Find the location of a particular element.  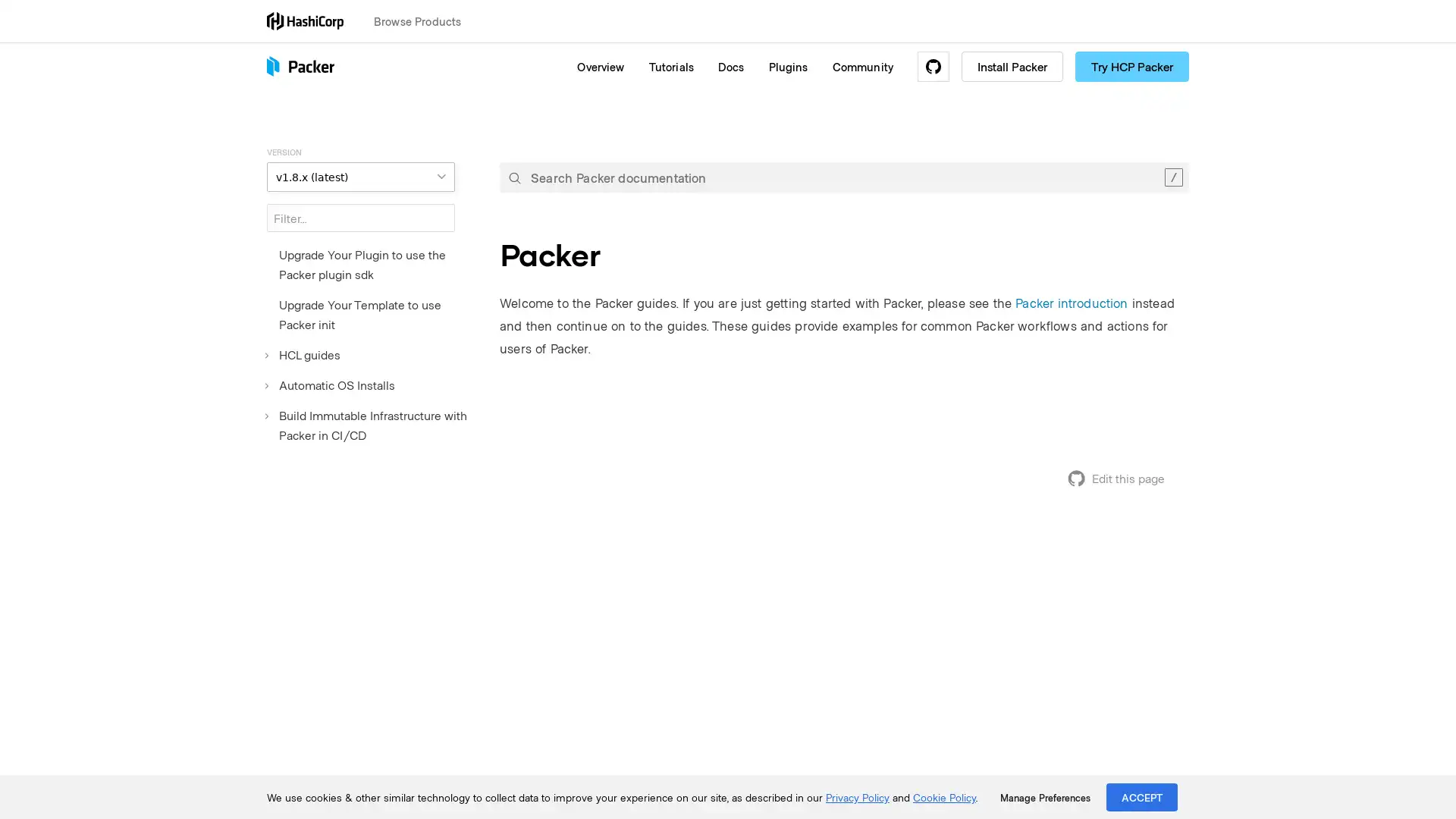

HCL guides is located at coordinates (303, 354).